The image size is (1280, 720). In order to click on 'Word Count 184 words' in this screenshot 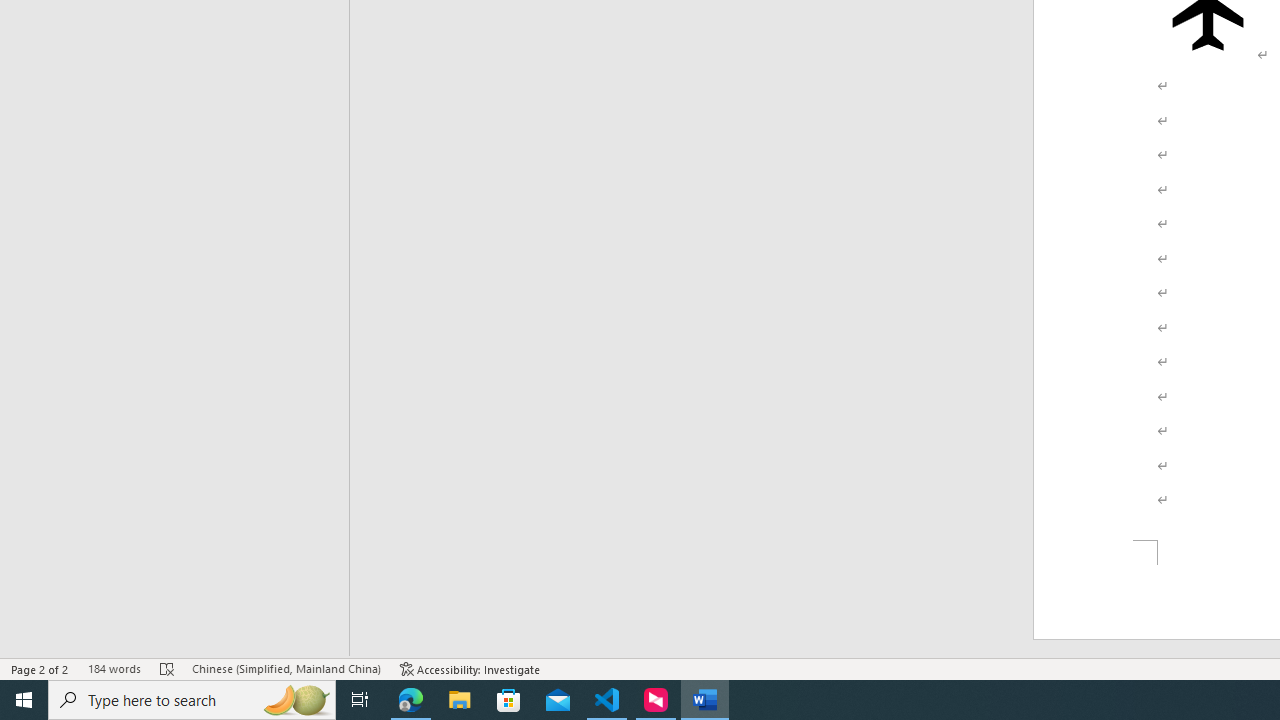, I will do `click(112, 669)`.